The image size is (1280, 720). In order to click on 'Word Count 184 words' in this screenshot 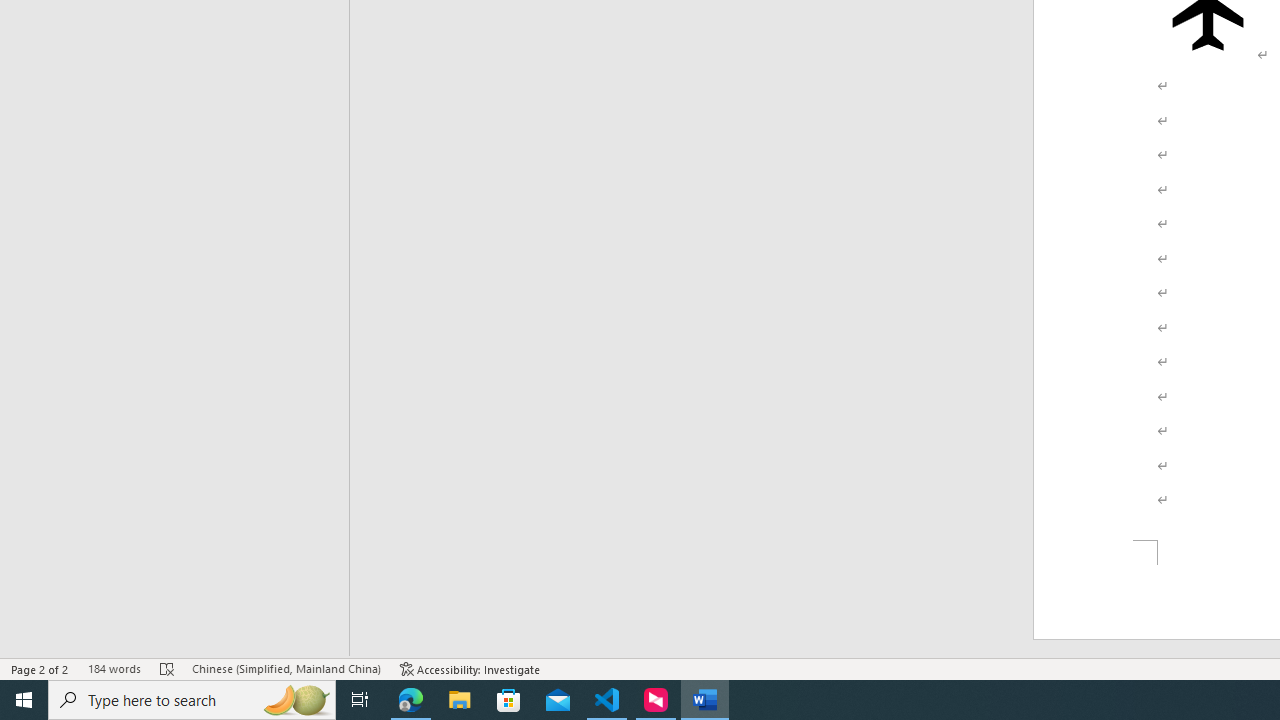, I will do `click(112, 669)`.